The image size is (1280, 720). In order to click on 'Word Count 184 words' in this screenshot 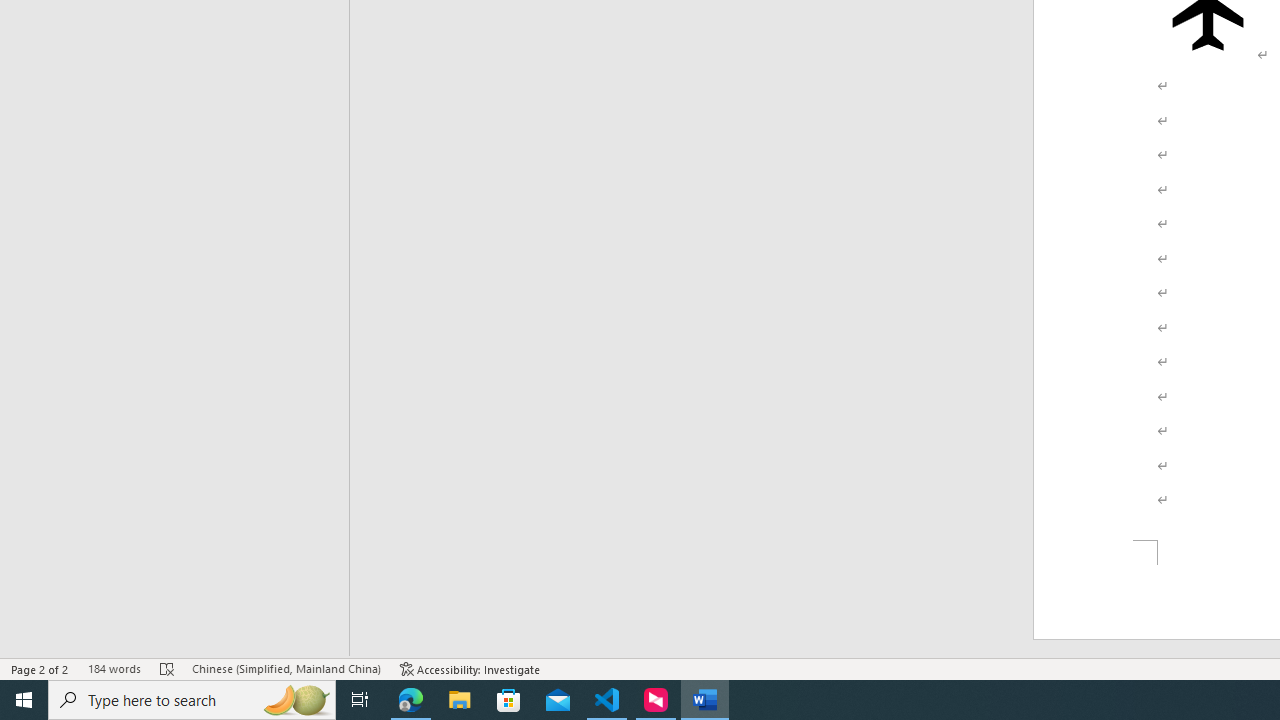, I will do `click(112, 669)`.